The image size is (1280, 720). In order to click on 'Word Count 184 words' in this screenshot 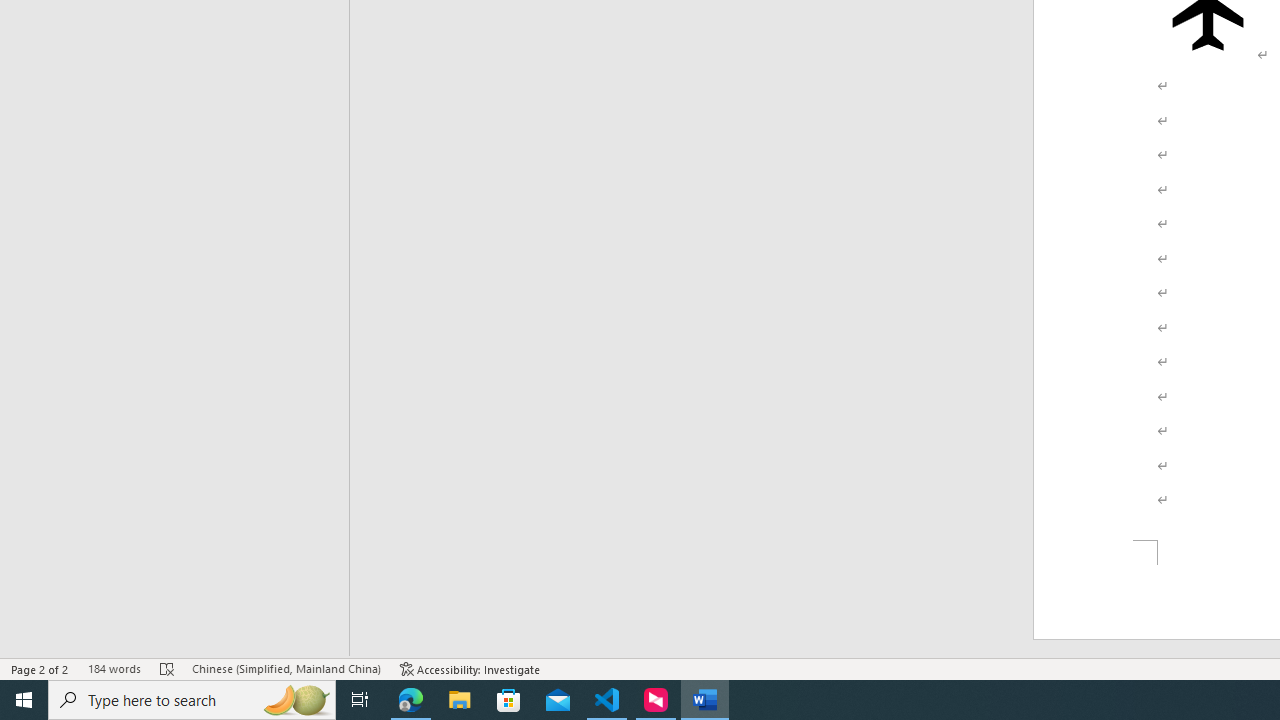, I will do `click(112, 669)`.